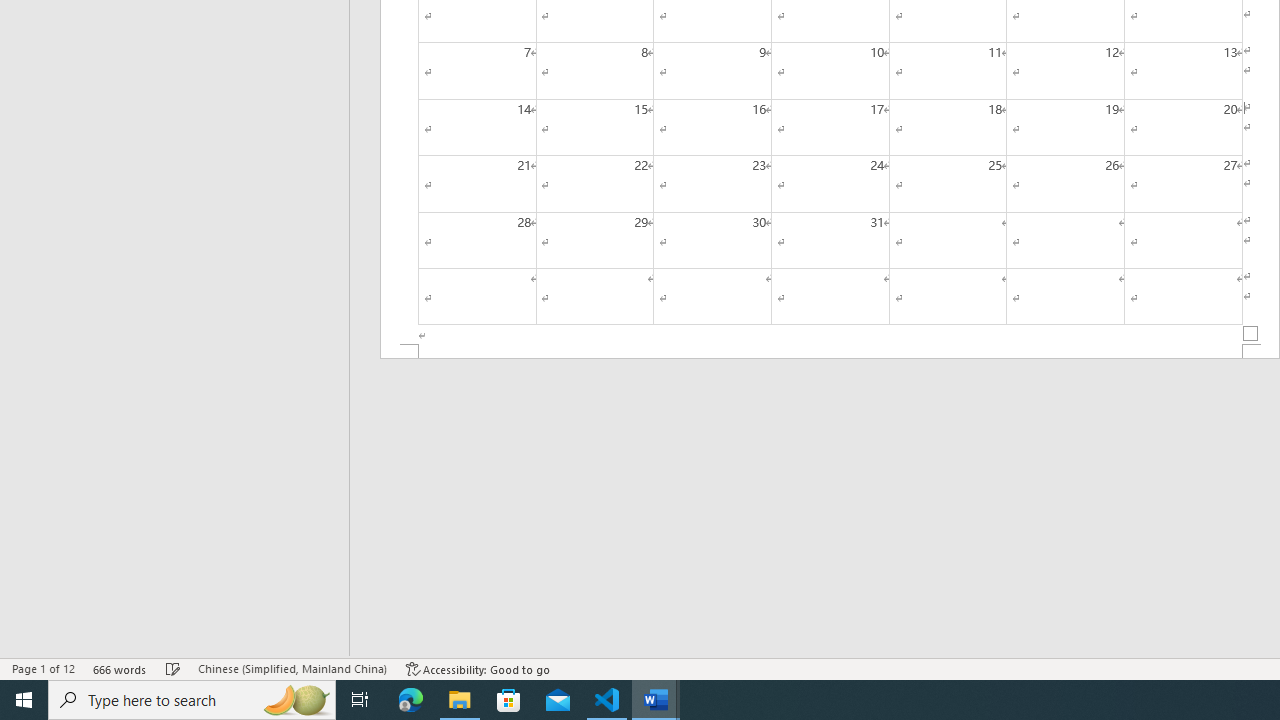 This screenshot has width=1280, height=720. Describe the element at coordinates (173, 669) in the screenshot. I see `'Spelling and Grammar Check Checking'` at that location.